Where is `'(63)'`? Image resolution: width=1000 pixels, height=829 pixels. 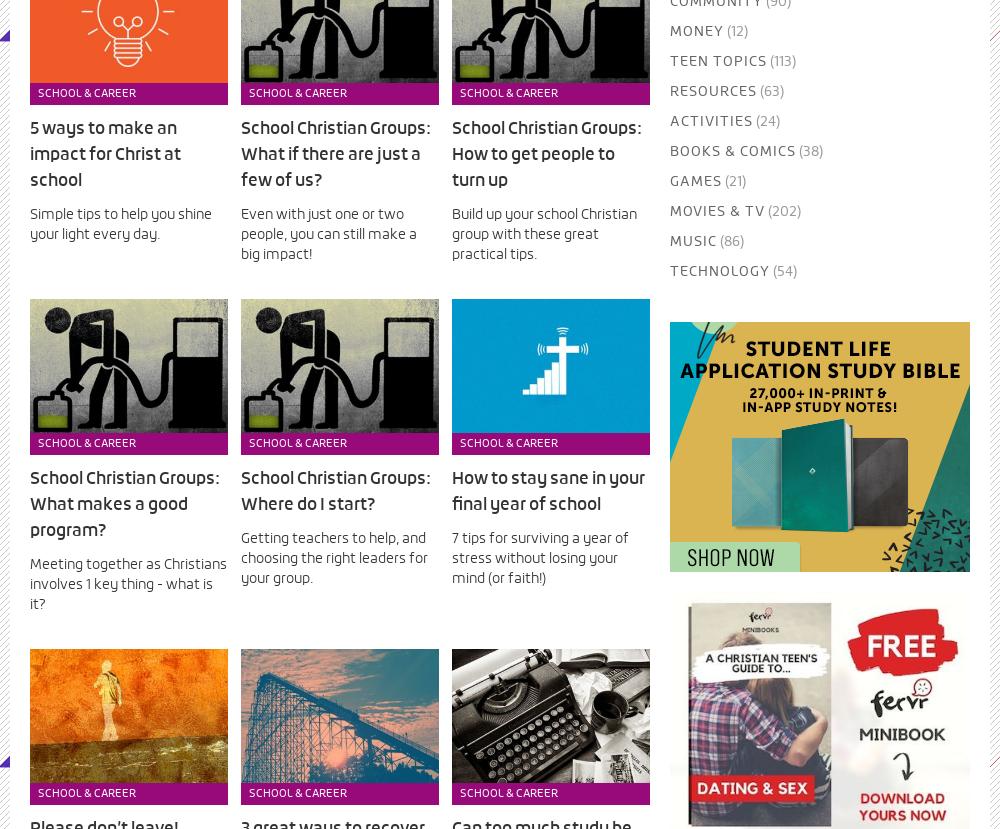
'(63)' is located at coordinates (769, 92).